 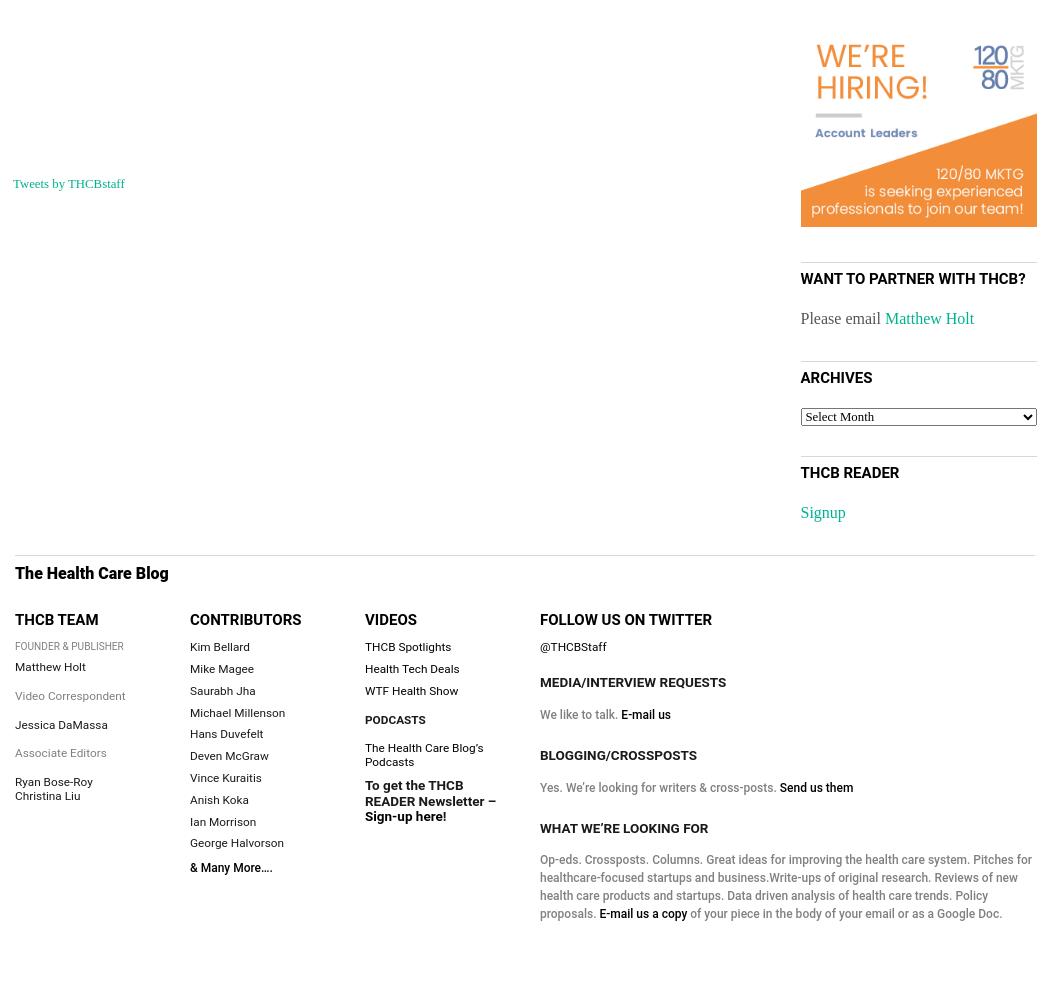 What do you see at coordinates (814, 787) in the screenshot?
I see `'Send us them'` at bounding box center [814, 787].